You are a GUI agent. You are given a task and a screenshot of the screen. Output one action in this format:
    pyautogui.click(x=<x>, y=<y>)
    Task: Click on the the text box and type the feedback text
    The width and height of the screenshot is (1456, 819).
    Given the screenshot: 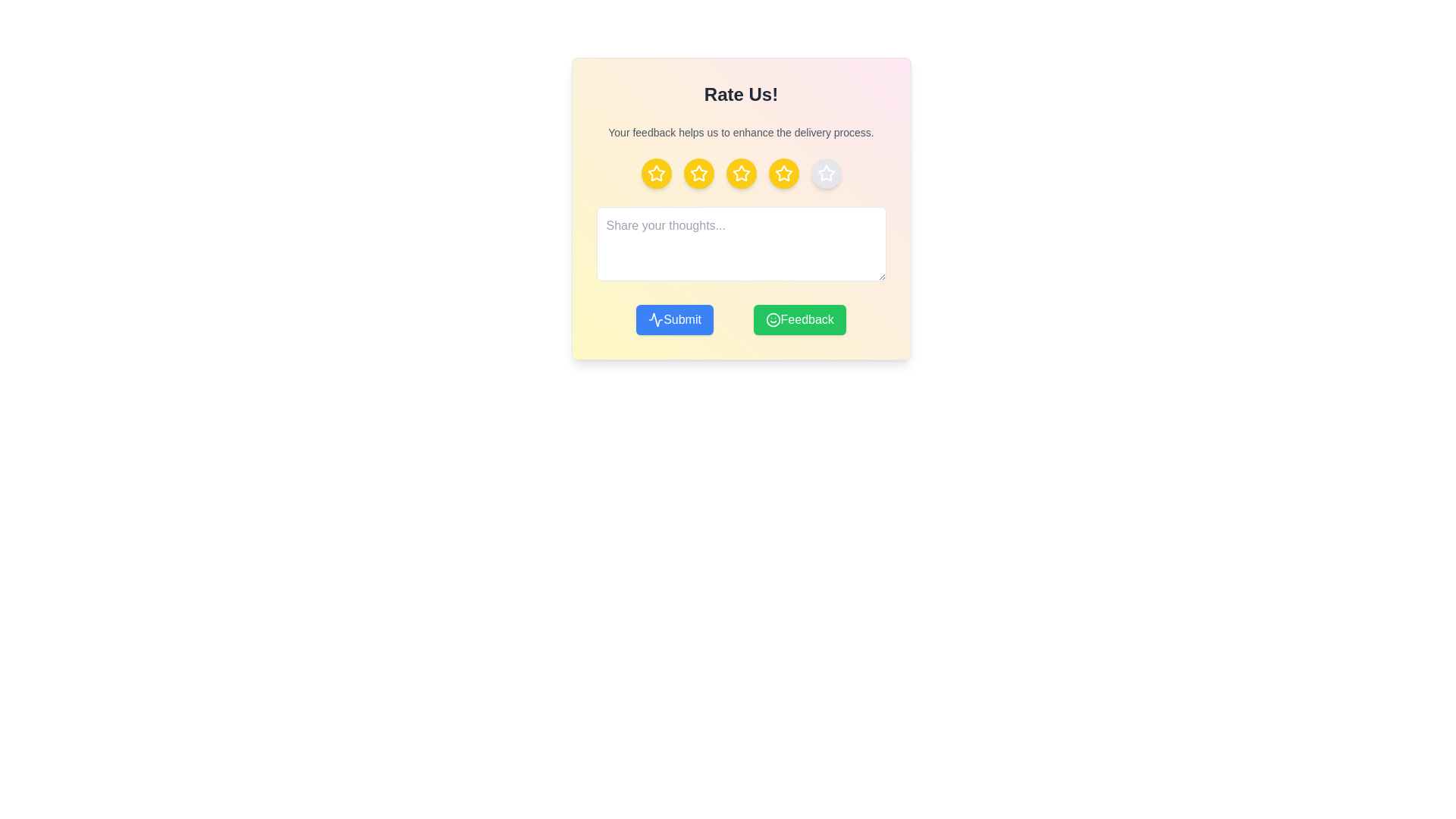 What is the action you would take?
    pyautogui.click(x=741, y=243)
    